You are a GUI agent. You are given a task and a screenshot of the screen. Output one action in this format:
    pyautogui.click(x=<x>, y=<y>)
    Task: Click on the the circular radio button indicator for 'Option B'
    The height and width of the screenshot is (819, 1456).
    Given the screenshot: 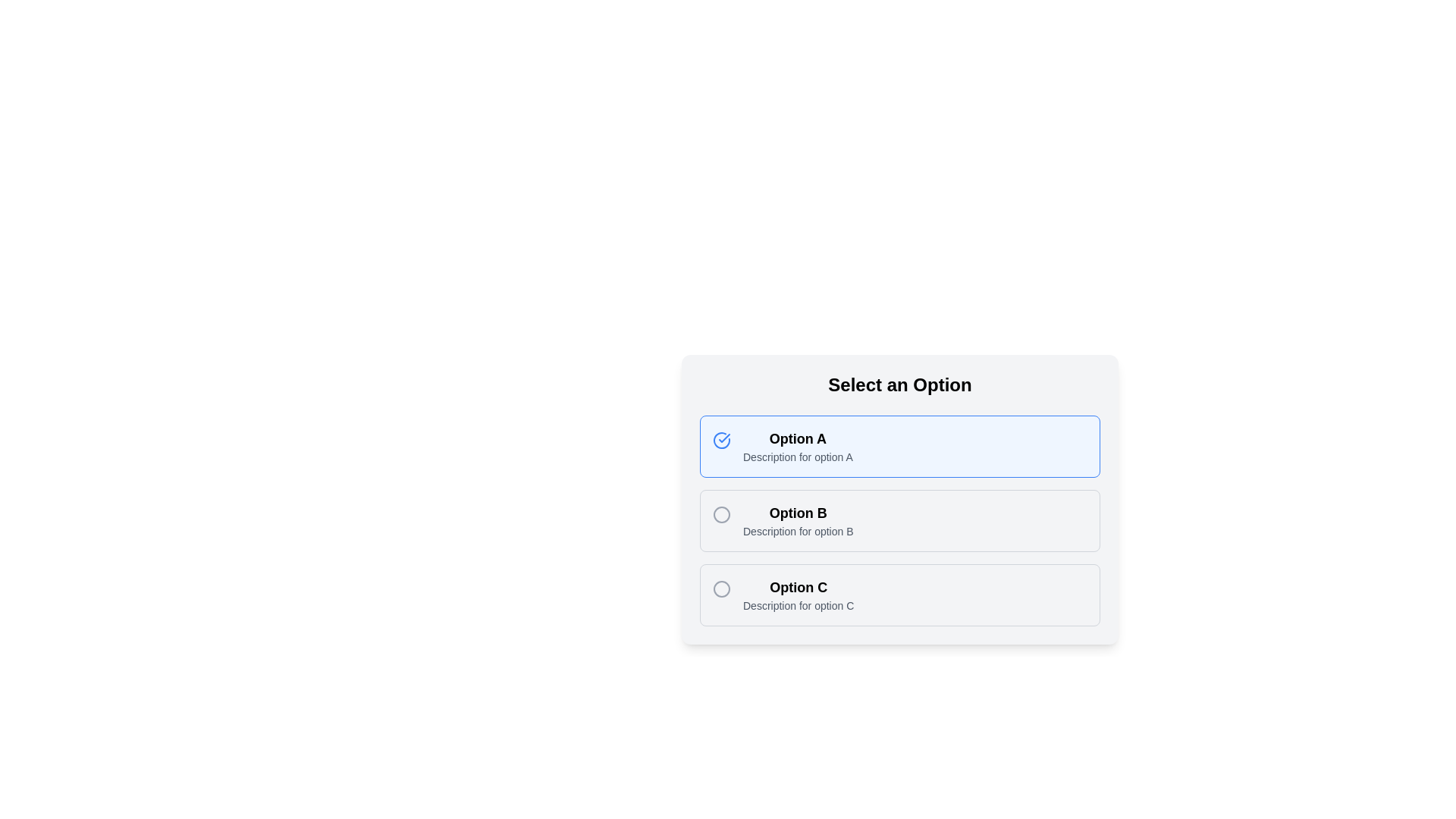 What is the action you would take?
    pyautogui.click(x=720, y=513)
    